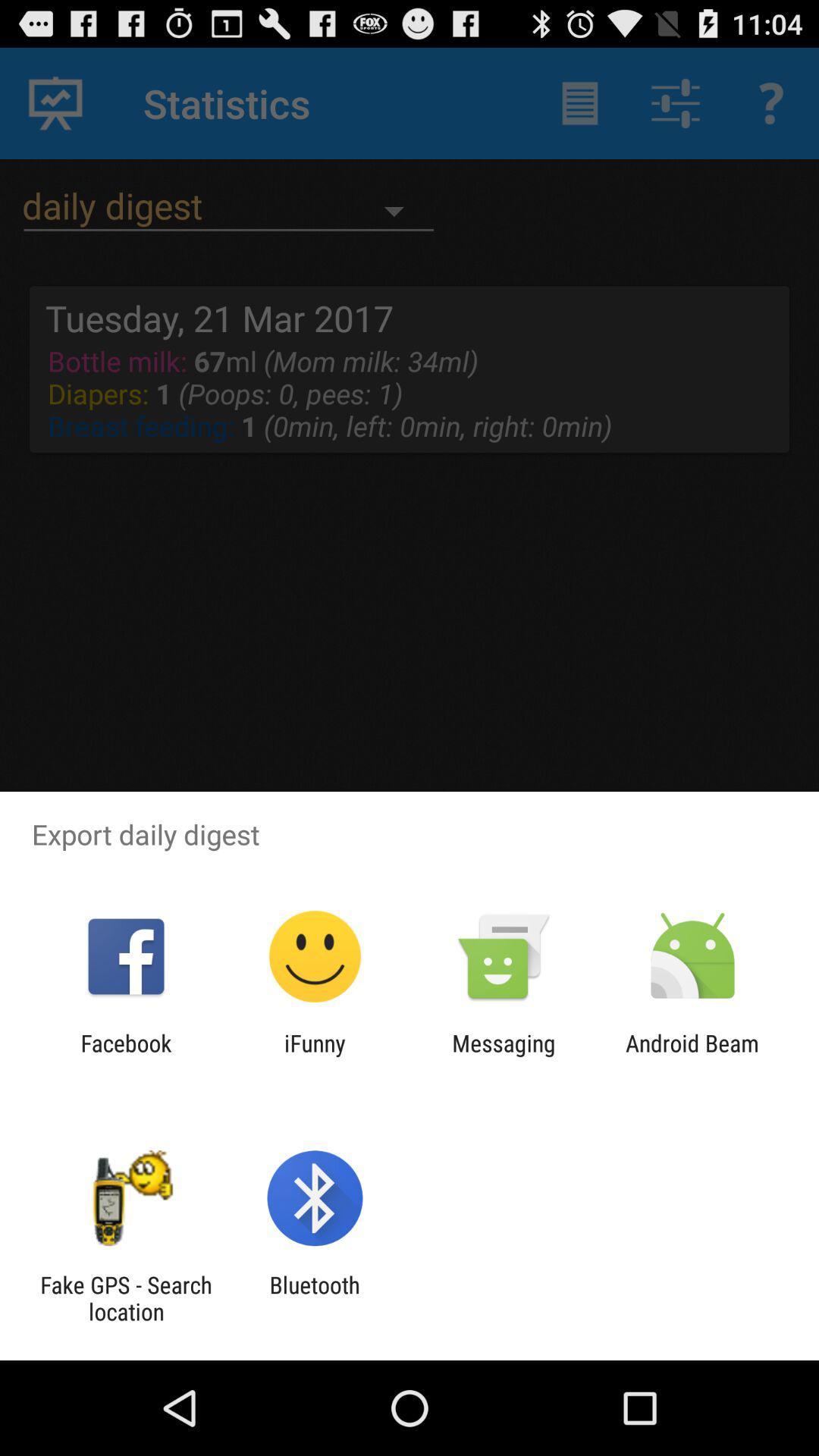 This screenshot has height=1456, width=819. I want to click on icon next to the messaging item, so click(692, 1056).